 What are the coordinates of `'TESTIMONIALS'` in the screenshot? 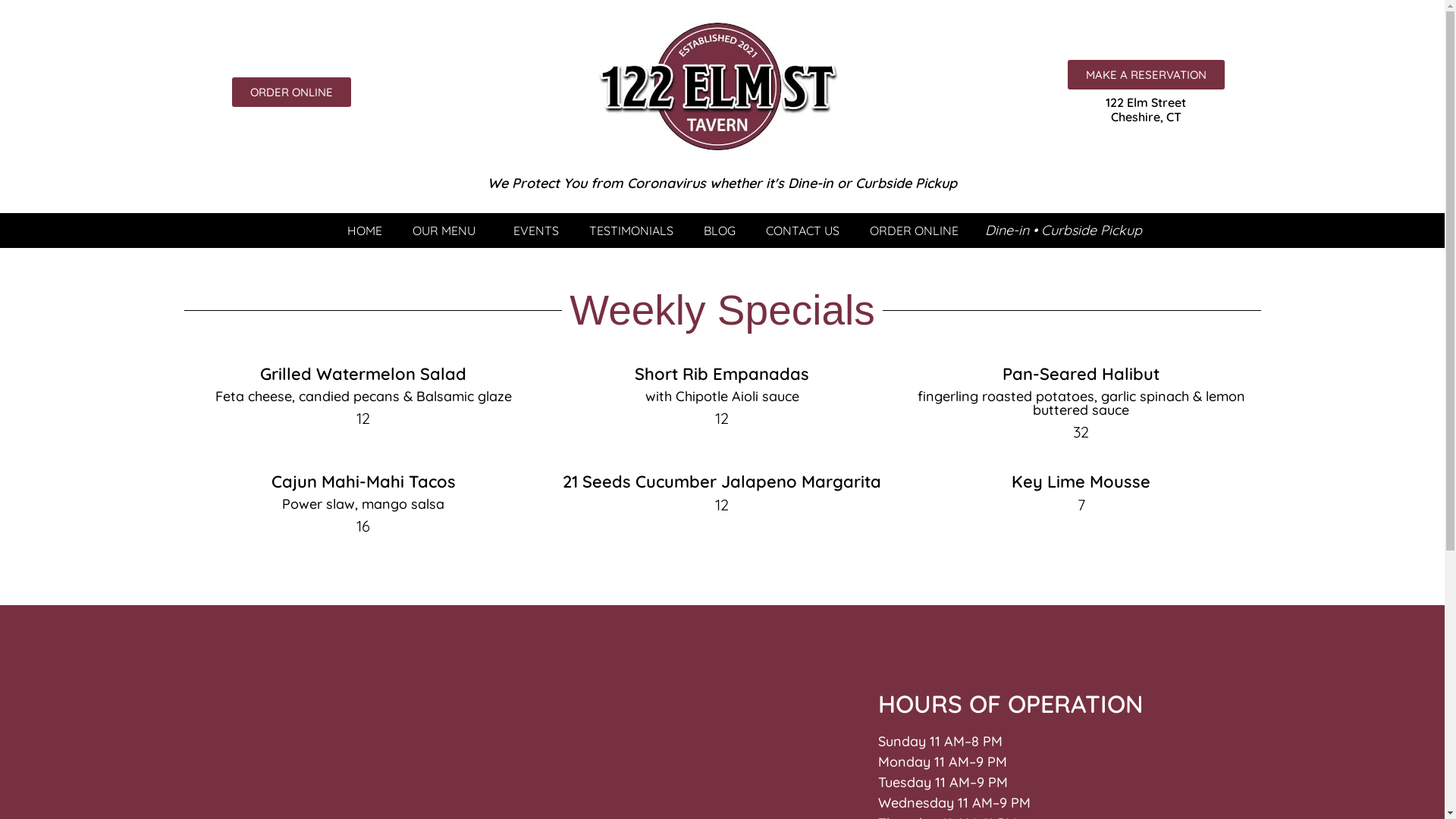 It's located at (573, 231).